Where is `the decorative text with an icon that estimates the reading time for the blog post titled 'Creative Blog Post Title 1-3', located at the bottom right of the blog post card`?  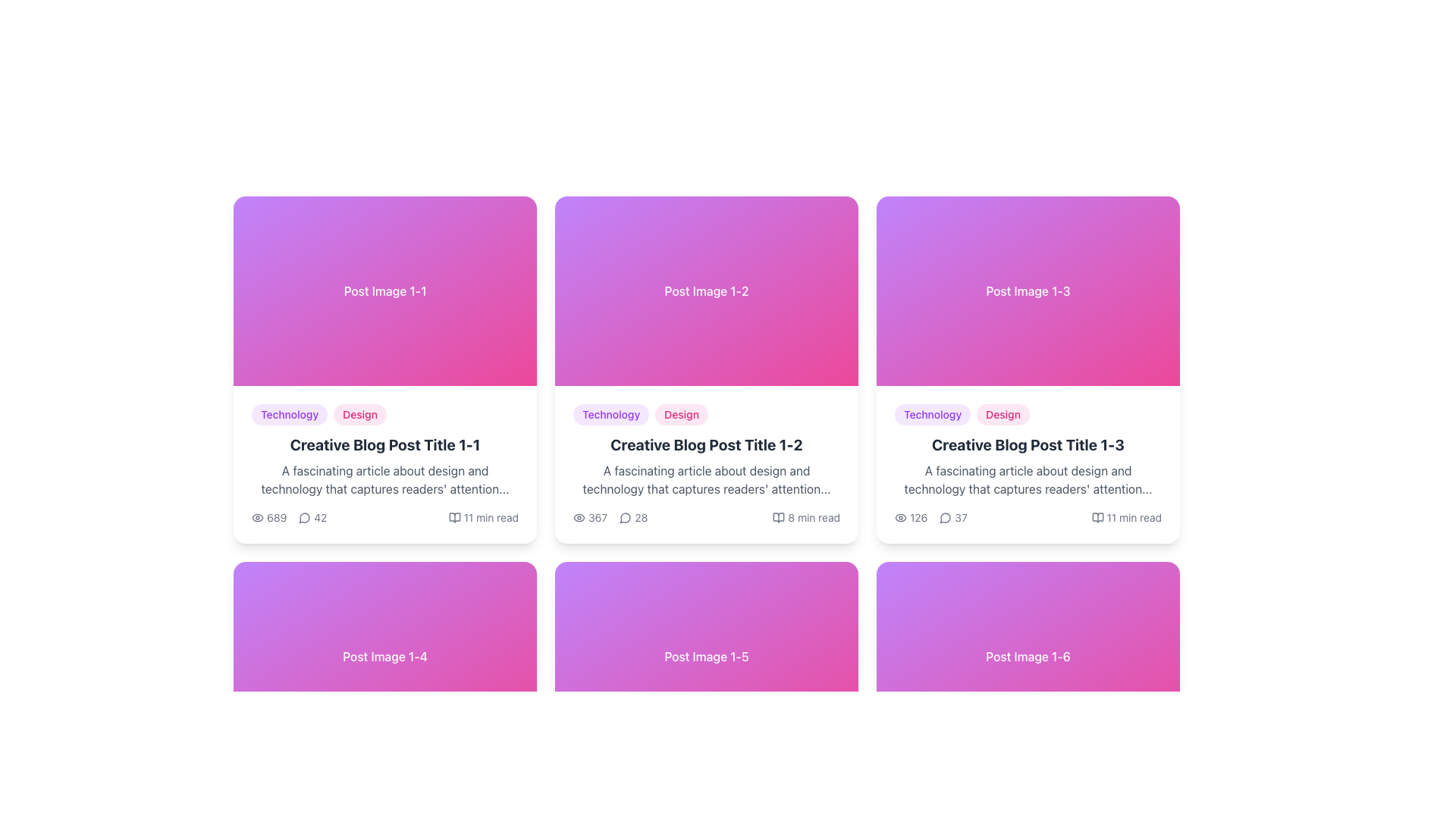 the decorative text with an icon that estimates the reading time for the blog post titled 'Creative Blog Post Title 1-3', located at the bottom right of the blog post card is located at coordinates (1126, 516).